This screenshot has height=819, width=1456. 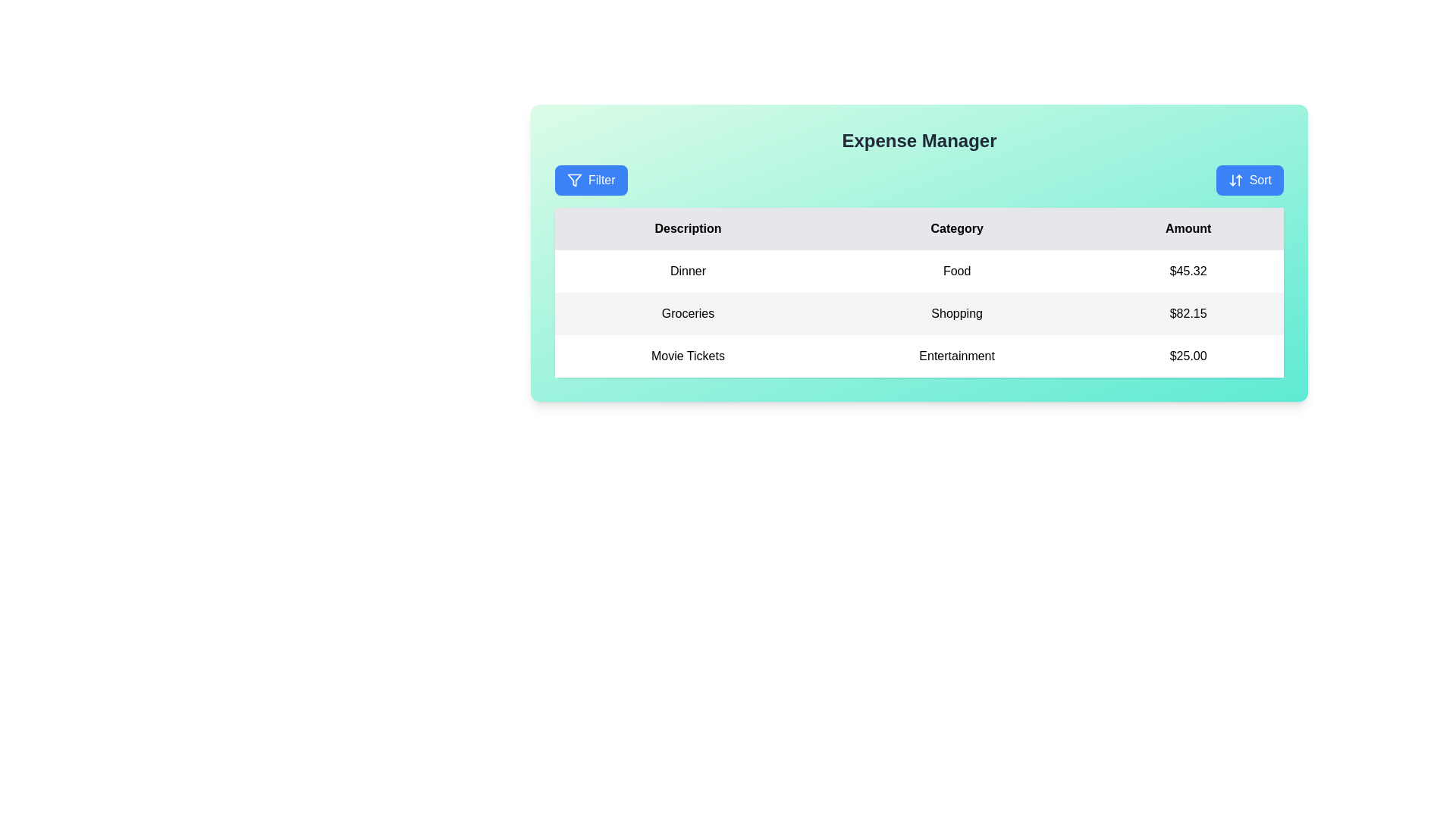 What do you see at coordinates (918, 356) in the screenshot?
I see `the third row of the table that contains the text block with 'Movie Tickets', 'Entertainment', and '$25.00', which has a white background and centered text alignment` at bounding box center [918, 356].